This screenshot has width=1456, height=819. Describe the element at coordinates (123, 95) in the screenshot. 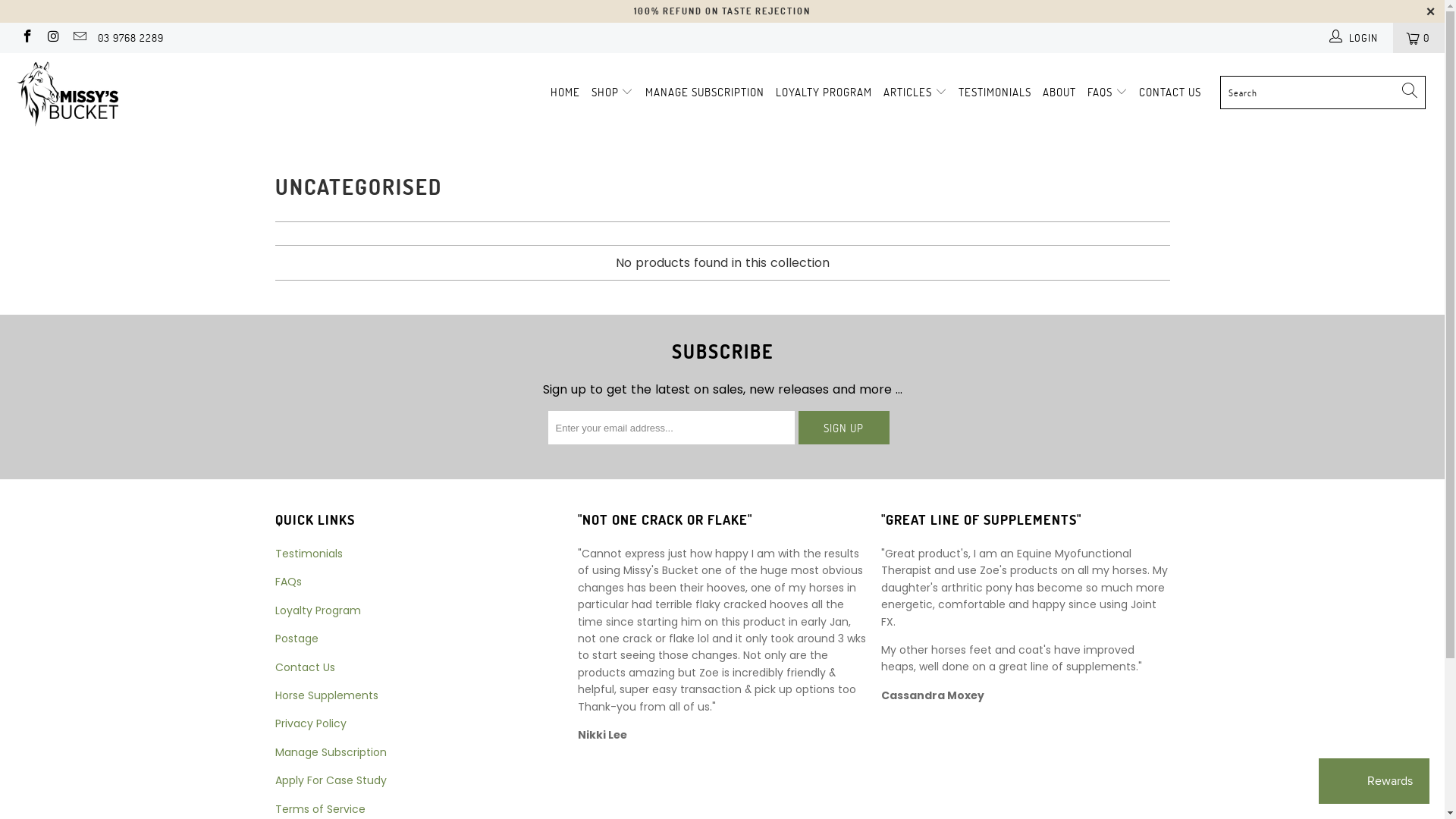

I see `'Missy's Bucket'` at that location.